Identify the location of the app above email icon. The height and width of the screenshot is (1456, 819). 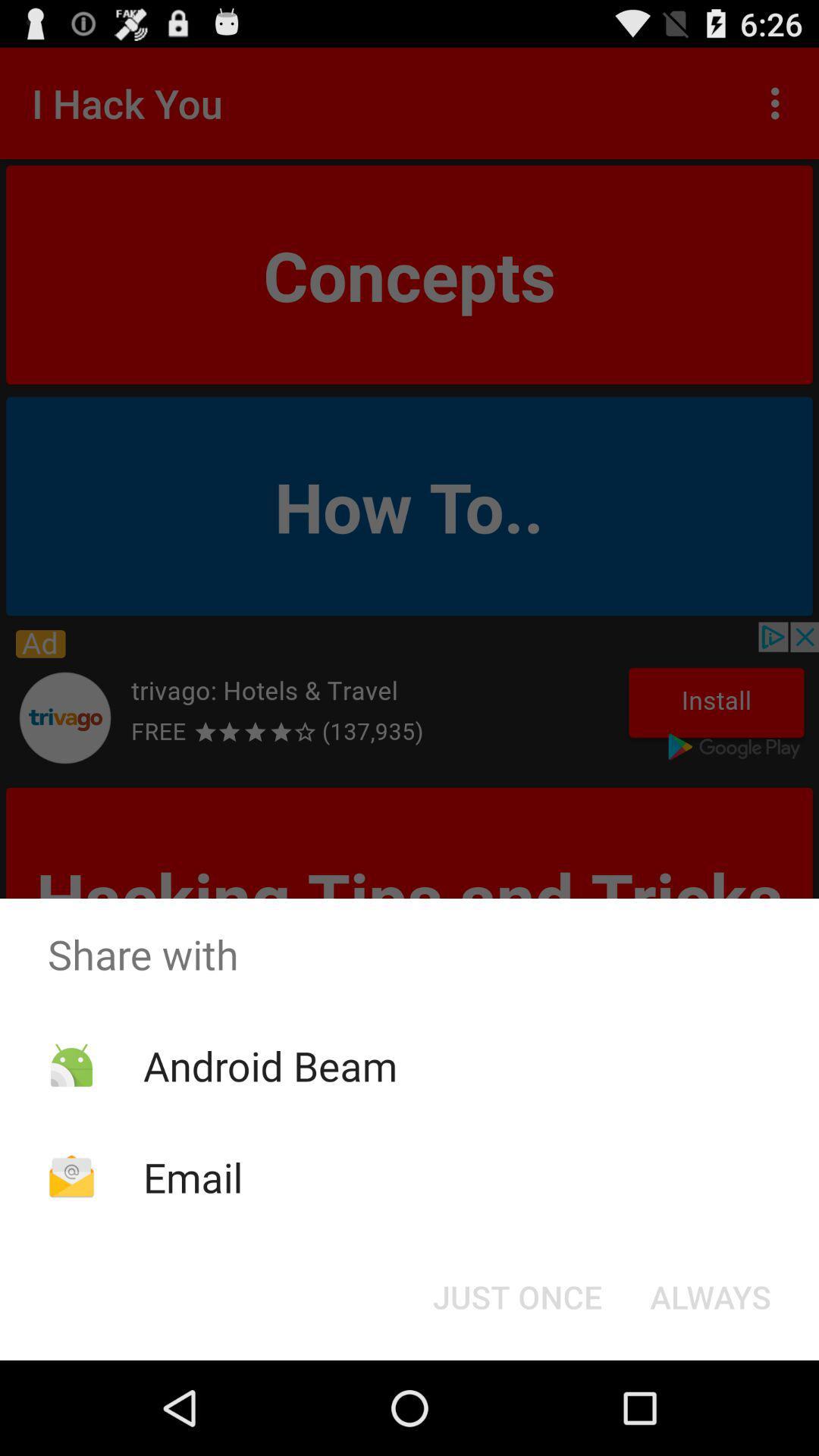
(269, 1065).